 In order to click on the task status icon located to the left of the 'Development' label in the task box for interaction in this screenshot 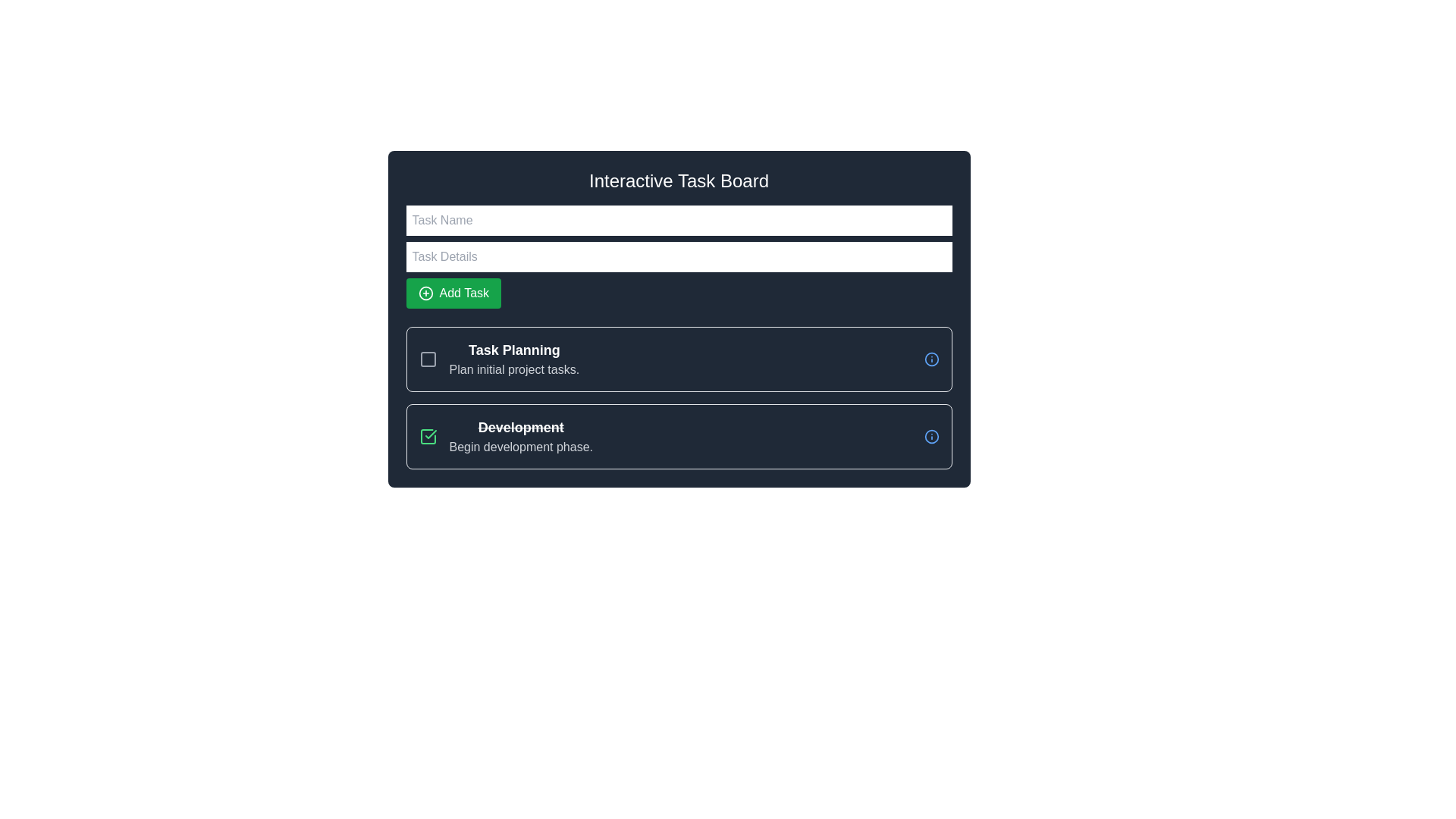, I will do `click(429, 435)`.